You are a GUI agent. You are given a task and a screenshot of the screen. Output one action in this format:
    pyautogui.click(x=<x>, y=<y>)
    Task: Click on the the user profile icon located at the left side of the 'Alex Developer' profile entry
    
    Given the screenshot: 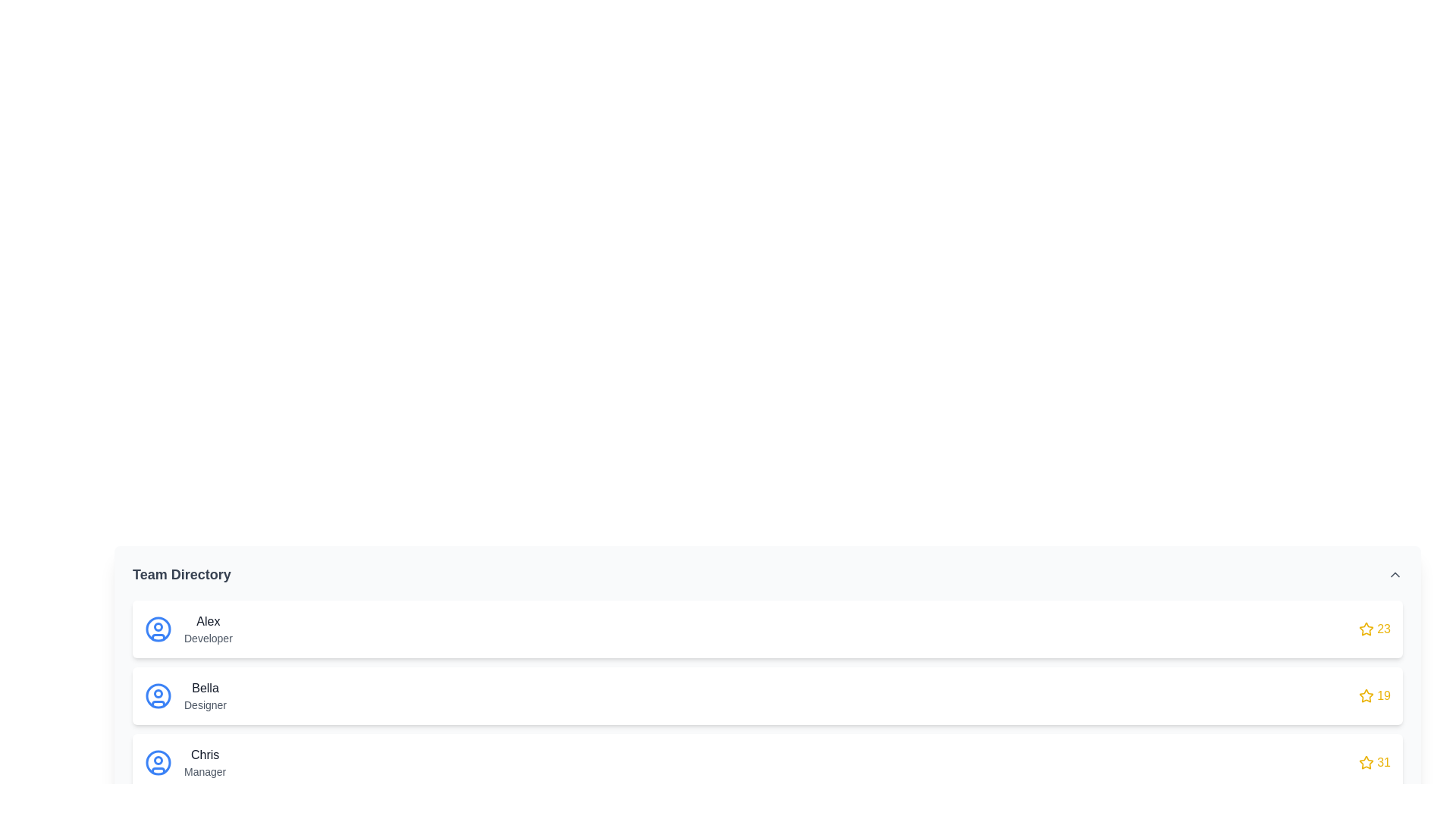 What is the action you would take?
    pyautogui.click(x=158, y=629)
    